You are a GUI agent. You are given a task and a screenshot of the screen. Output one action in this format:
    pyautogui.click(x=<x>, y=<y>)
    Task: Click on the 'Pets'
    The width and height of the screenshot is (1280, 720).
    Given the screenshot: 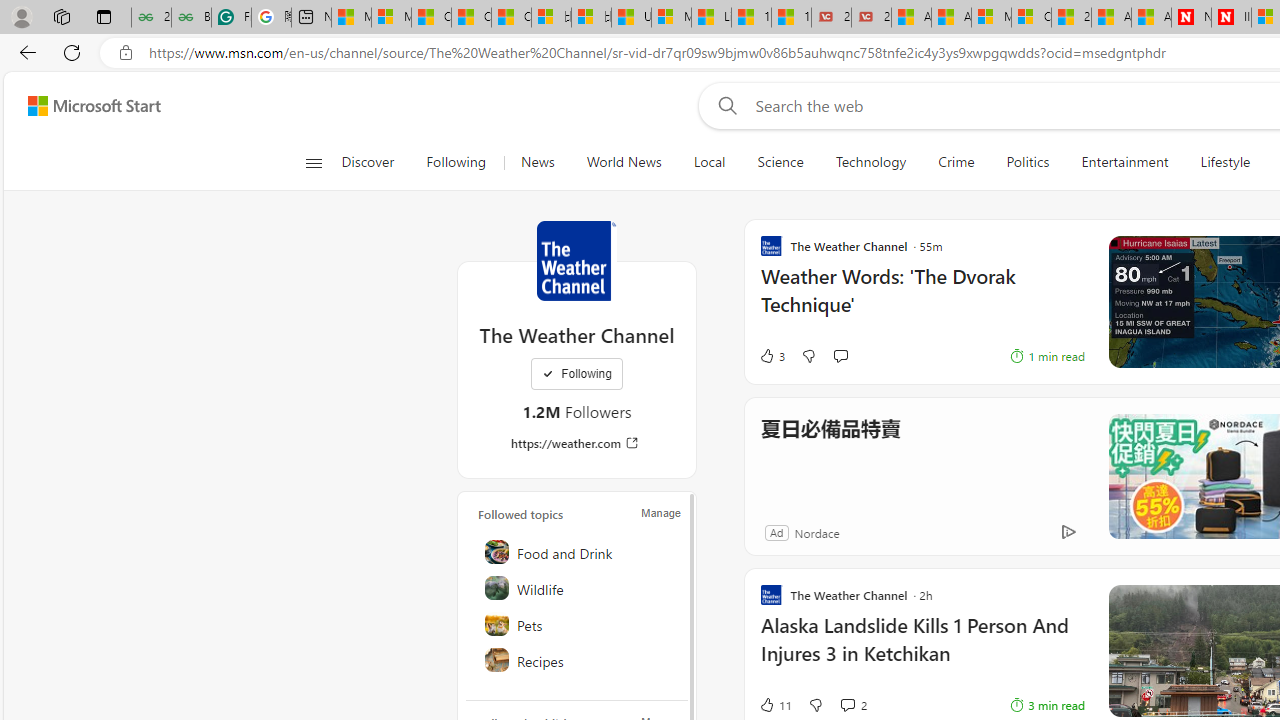 What is the action you would take?
    pyautogui.click(x=577, y=622)
    